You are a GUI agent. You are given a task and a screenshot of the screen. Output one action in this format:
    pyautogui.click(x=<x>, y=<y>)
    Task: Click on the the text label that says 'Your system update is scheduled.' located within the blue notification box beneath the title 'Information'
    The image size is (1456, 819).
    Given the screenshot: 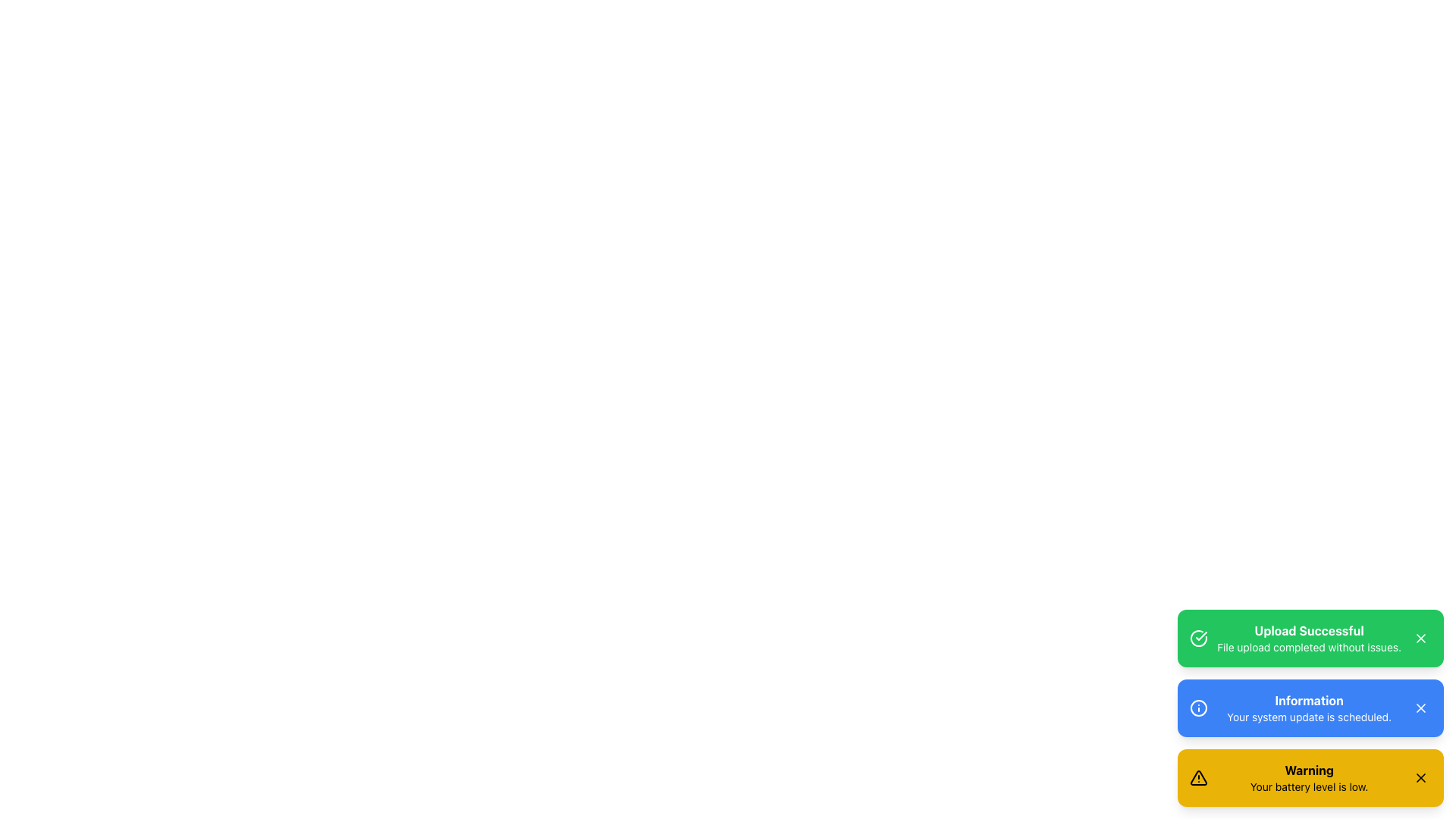 What is the action you would take?
    pyautogui.click(x=1308, y=717)
    